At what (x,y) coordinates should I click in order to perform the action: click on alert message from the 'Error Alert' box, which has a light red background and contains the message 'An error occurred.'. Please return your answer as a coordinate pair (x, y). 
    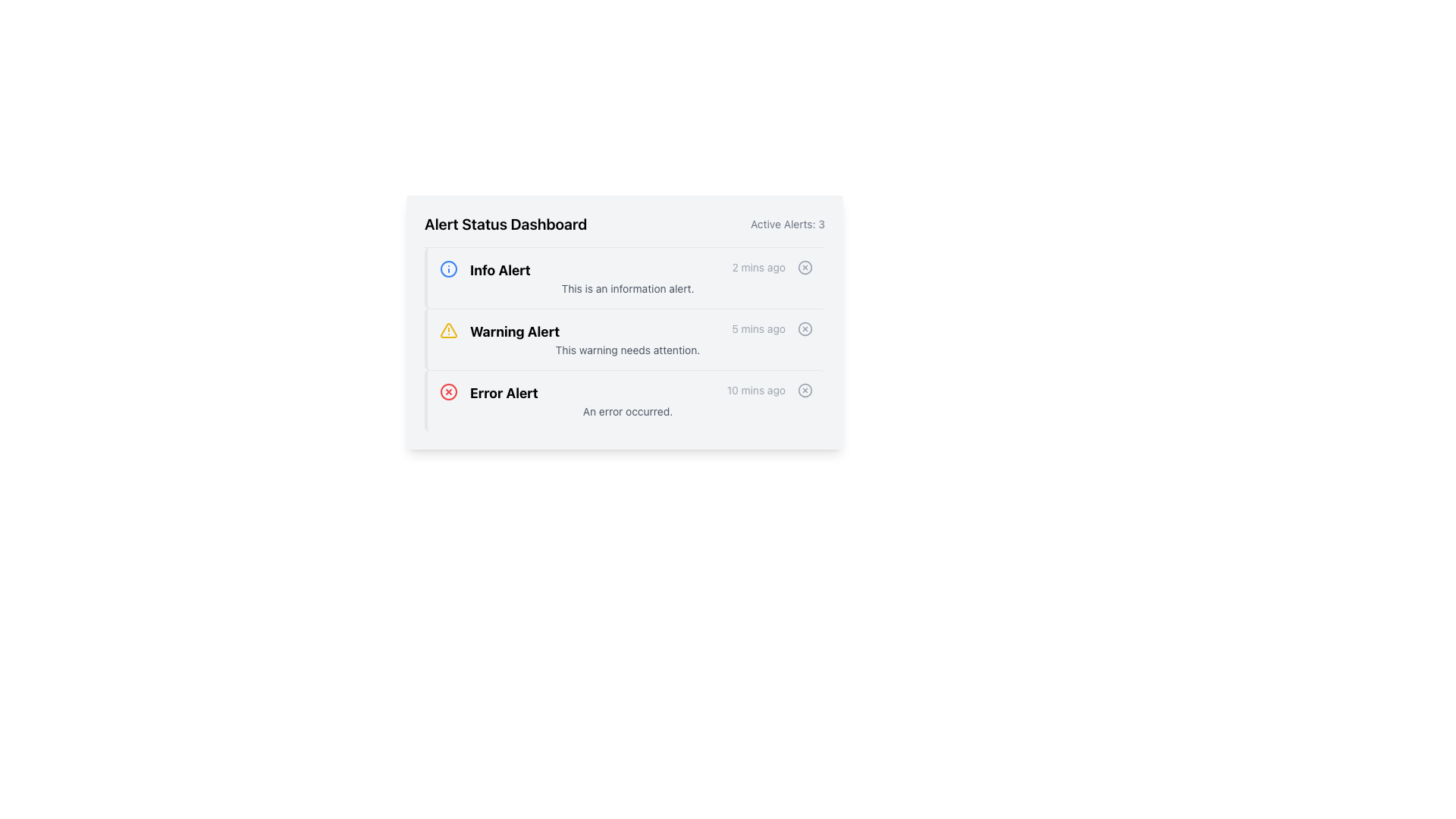
    Looking at the image, I should click on (625, 400).